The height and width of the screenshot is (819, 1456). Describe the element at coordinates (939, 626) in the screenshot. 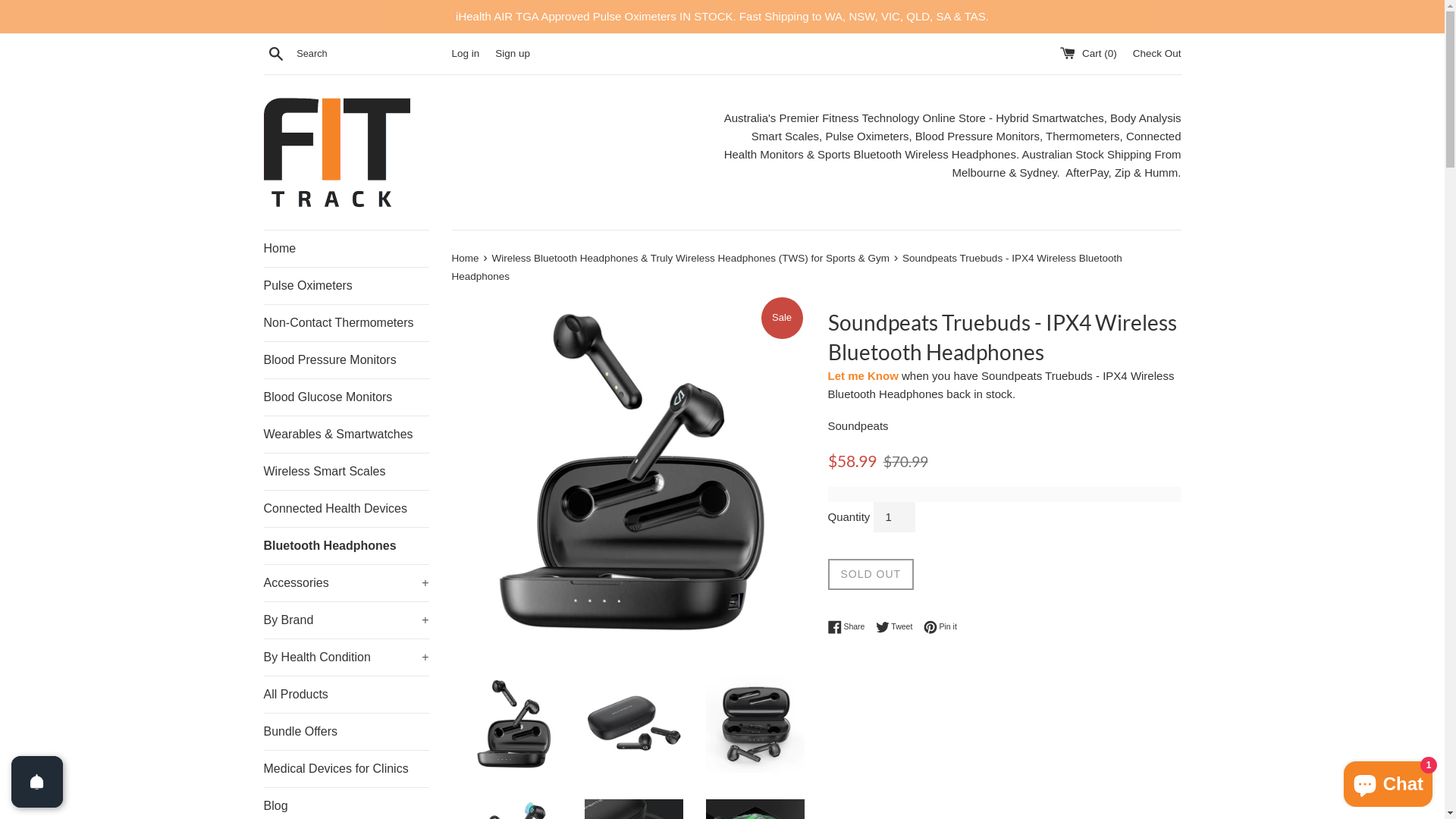

I see `'Pin it` at that location.